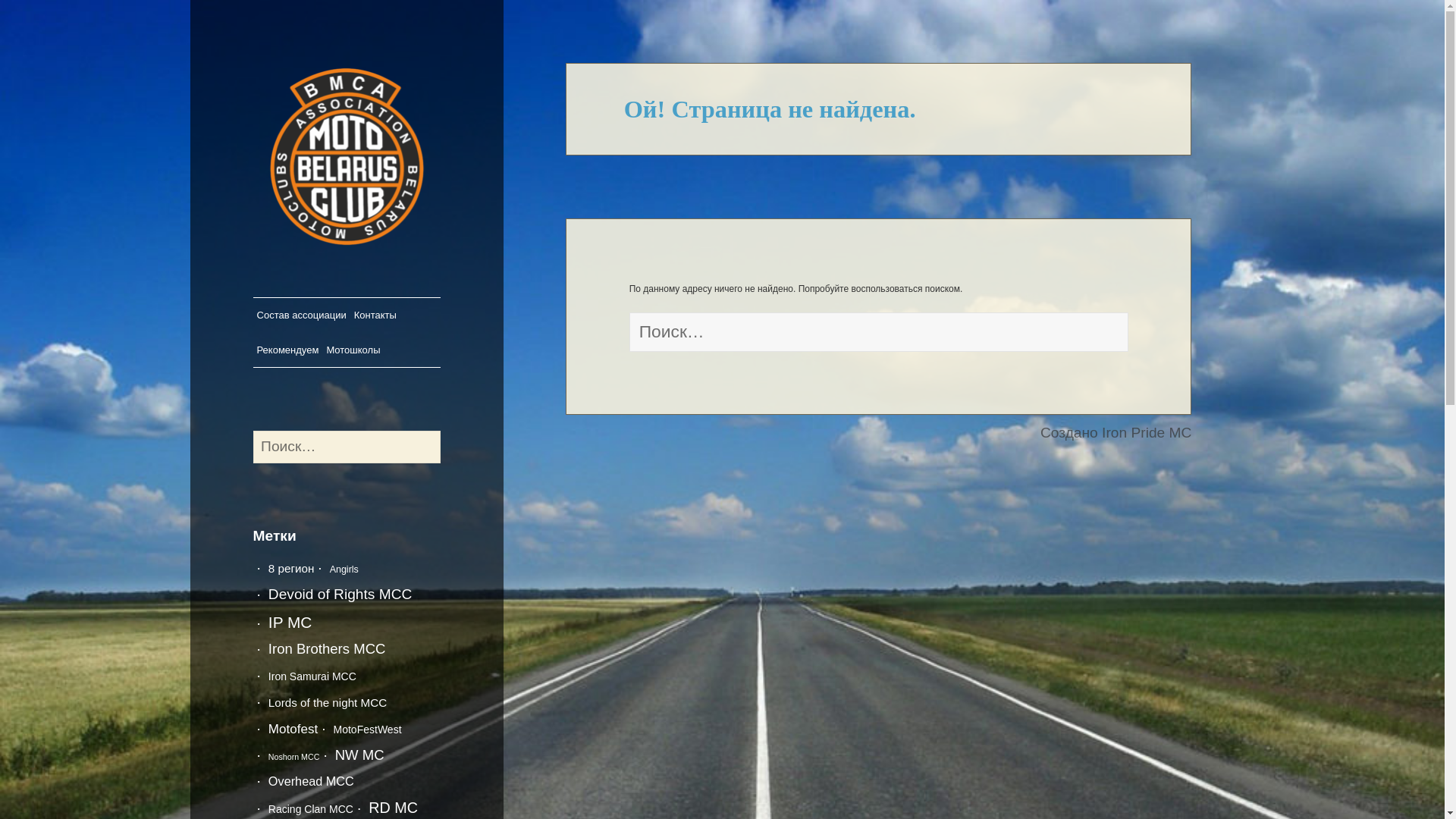 The width and height of the screenshot is (1456, 819). What do you see at coordinates (268, 728) in the screenshot?
I see `'Motofest'` at bounding box center [268, 728].